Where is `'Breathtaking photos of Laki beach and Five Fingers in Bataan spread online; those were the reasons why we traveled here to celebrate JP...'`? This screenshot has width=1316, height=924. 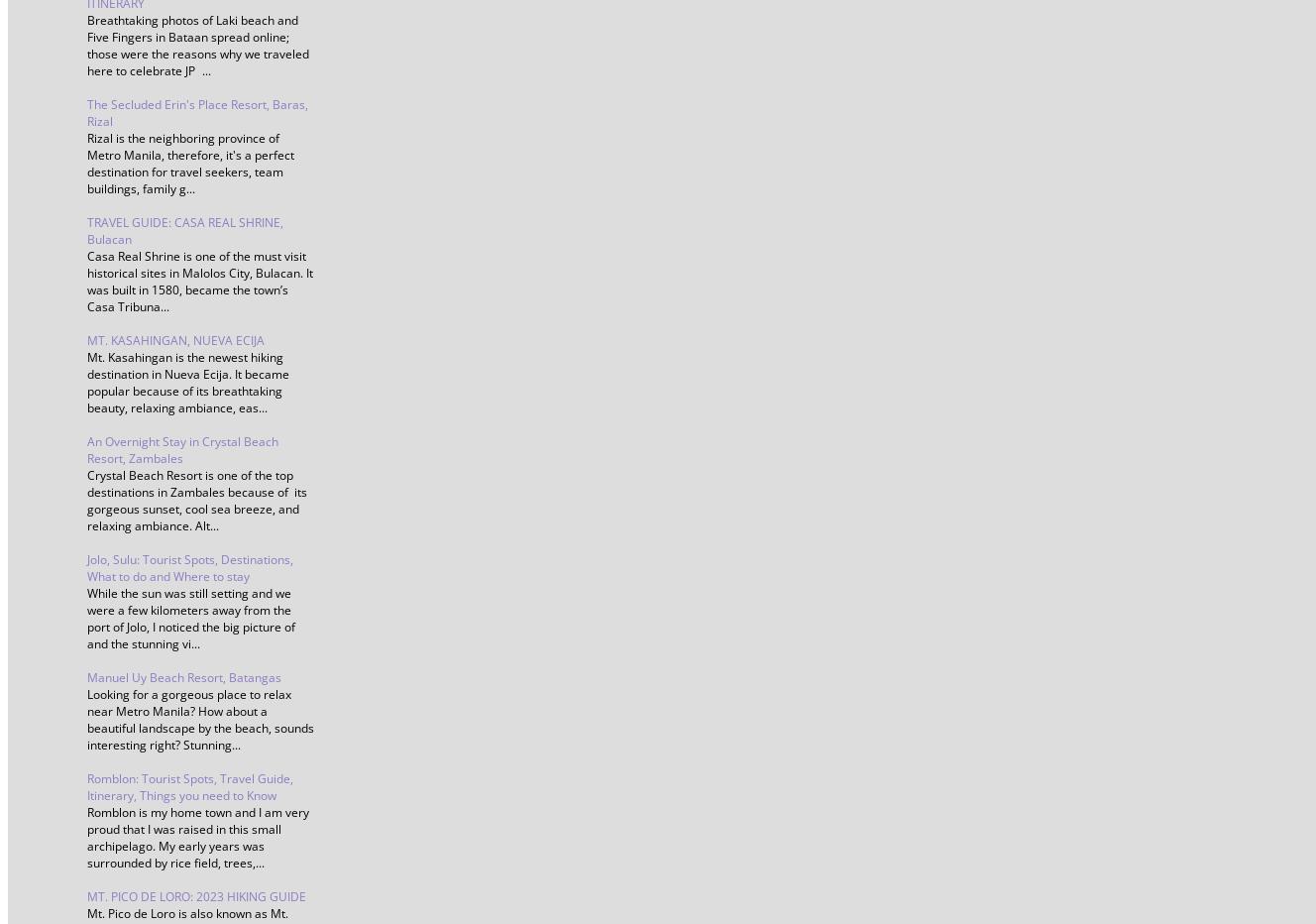
'Breathtaking photos of Laki beach and Five Fingers in Bataan spread online; those were the reasons why we traveled here to celebrate JP...' is located at coordinates (197, 45).